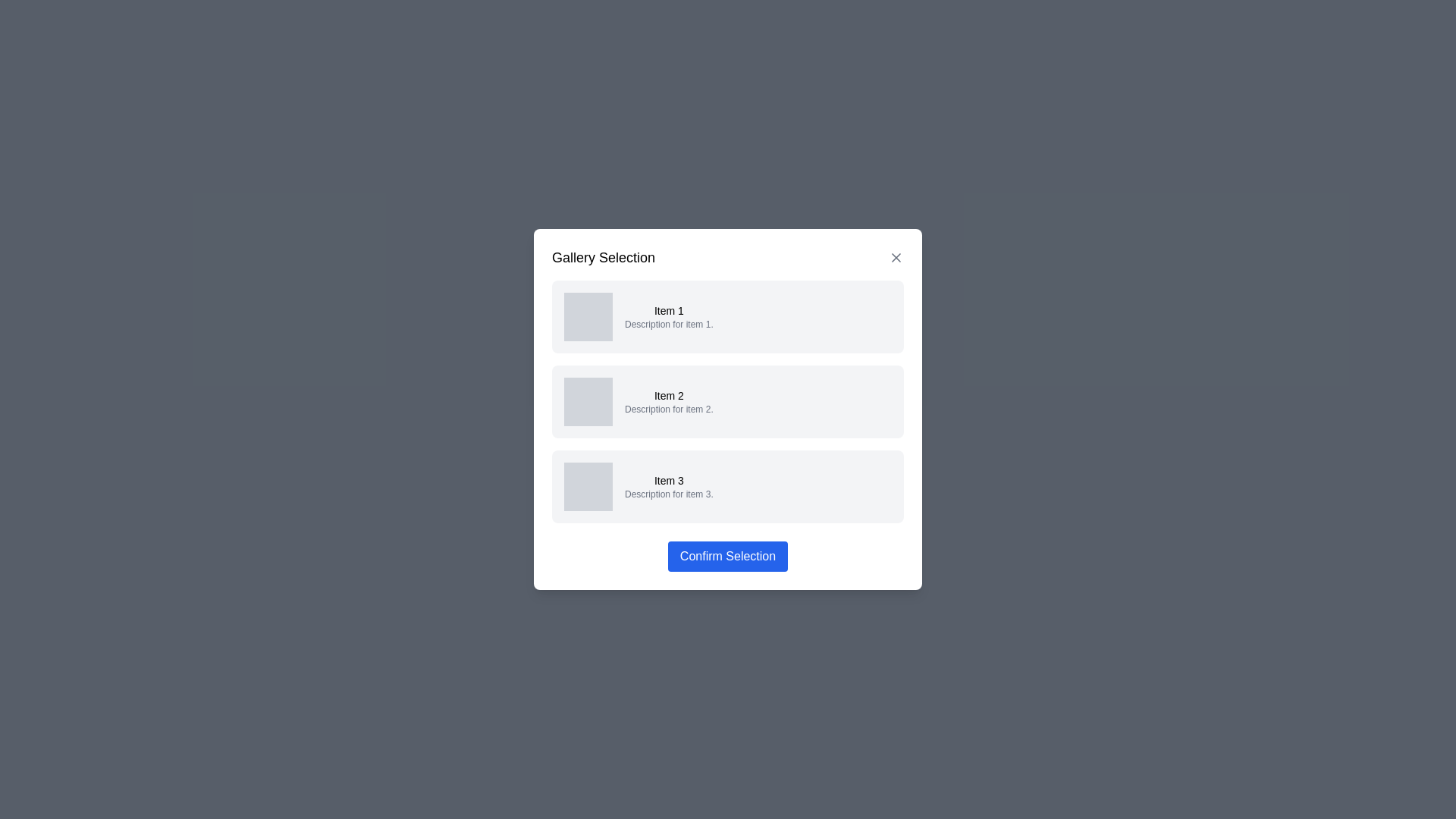  What do you see at coordinates (668, 486) in the screenshot?
I see `the text content display for the third option in the 'Gallery Selection' list` at bounding box center [668, 486].